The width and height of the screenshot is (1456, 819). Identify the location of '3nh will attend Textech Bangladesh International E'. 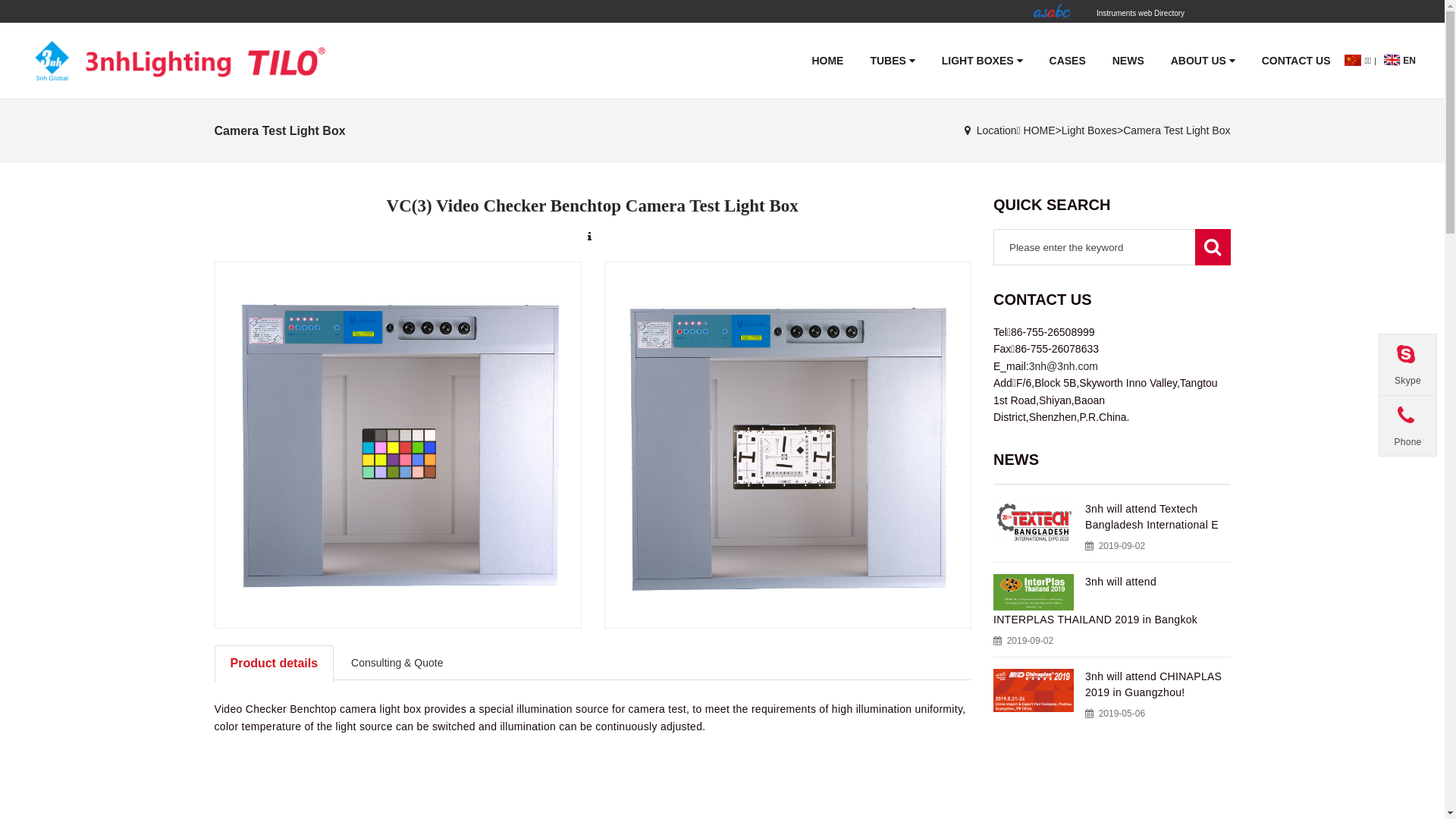
(1084, 516).